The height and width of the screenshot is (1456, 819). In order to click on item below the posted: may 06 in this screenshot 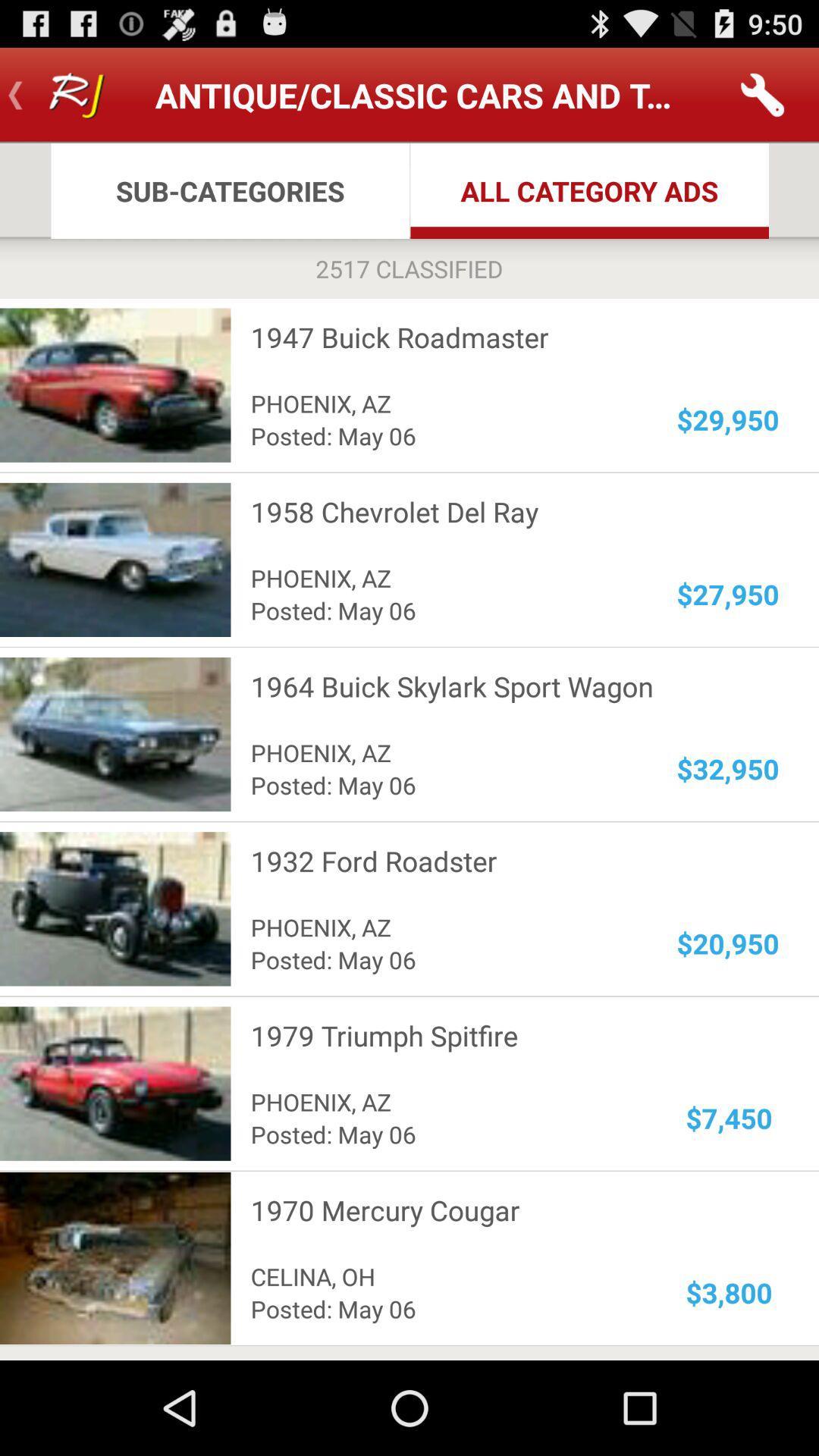, I will do `click(505, 1034)`.